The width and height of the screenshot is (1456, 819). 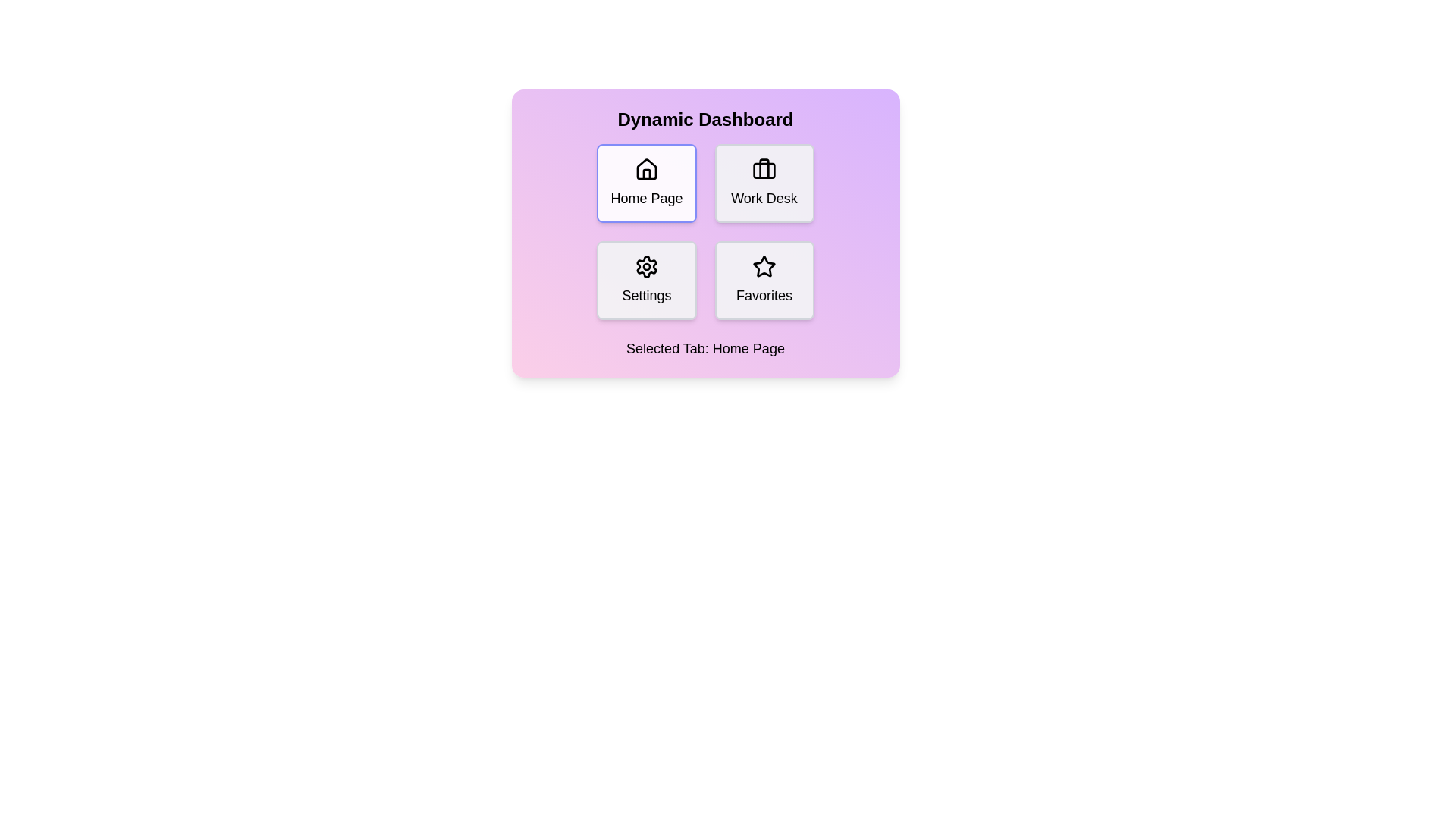 I want to click on the tab labeled Settings, so click(x=647, y=281).